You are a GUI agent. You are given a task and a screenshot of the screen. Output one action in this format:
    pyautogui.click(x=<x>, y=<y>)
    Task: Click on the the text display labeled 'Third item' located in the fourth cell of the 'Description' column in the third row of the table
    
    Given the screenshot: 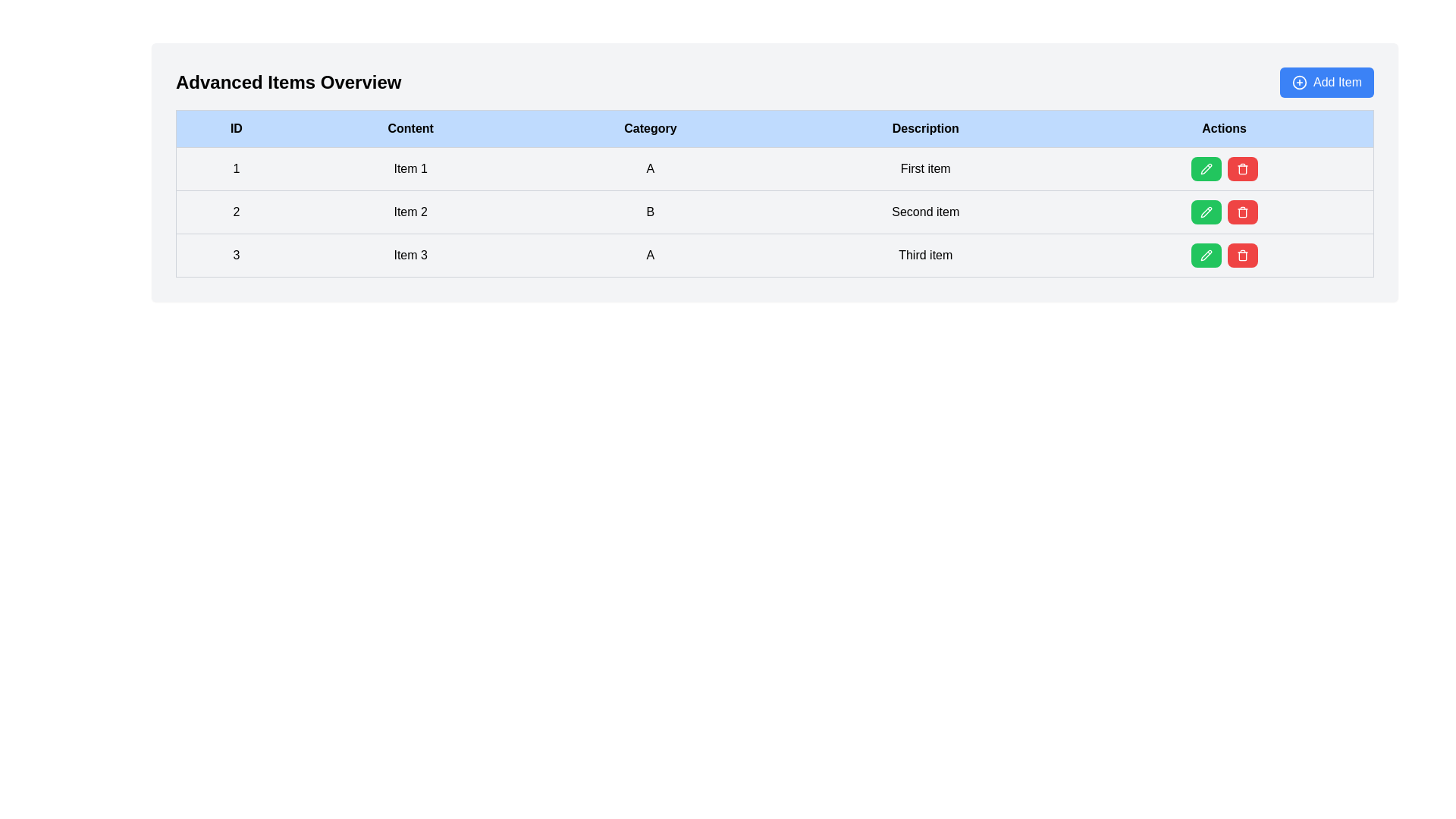 What is the action you would take?
    pyautogui.click(x=924, y=254)
    